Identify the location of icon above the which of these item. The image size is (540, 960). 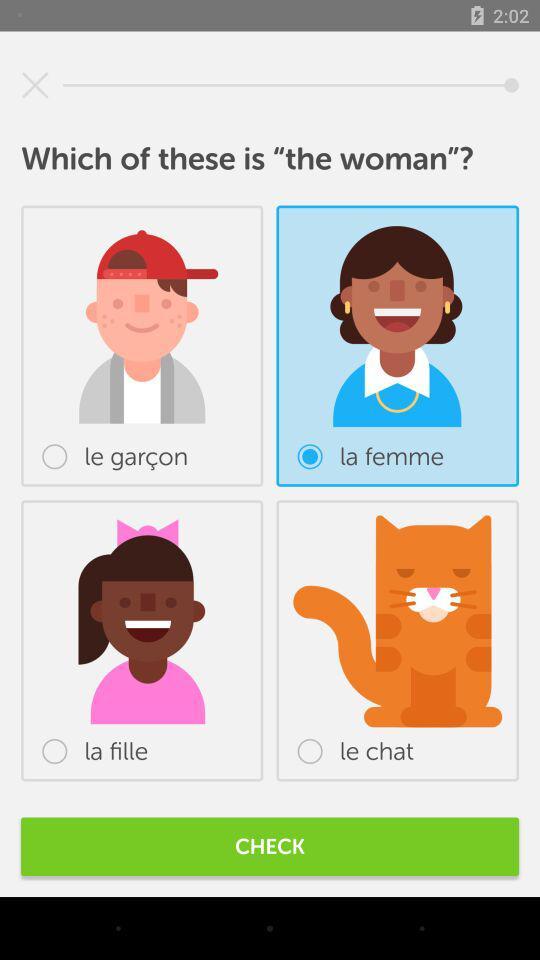
(35, 85).